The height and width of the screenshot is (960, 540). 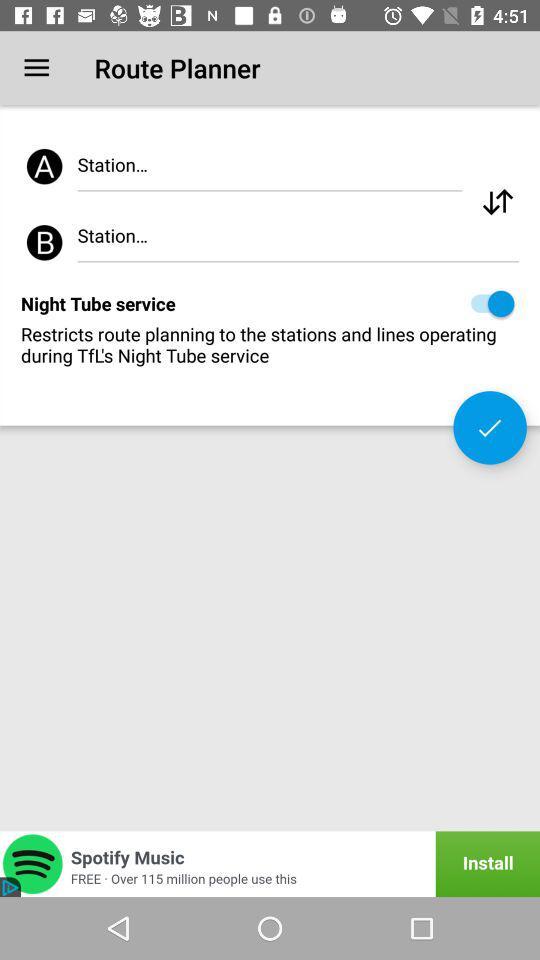 I want to click on change the radio station, so click(x=496, y=202).